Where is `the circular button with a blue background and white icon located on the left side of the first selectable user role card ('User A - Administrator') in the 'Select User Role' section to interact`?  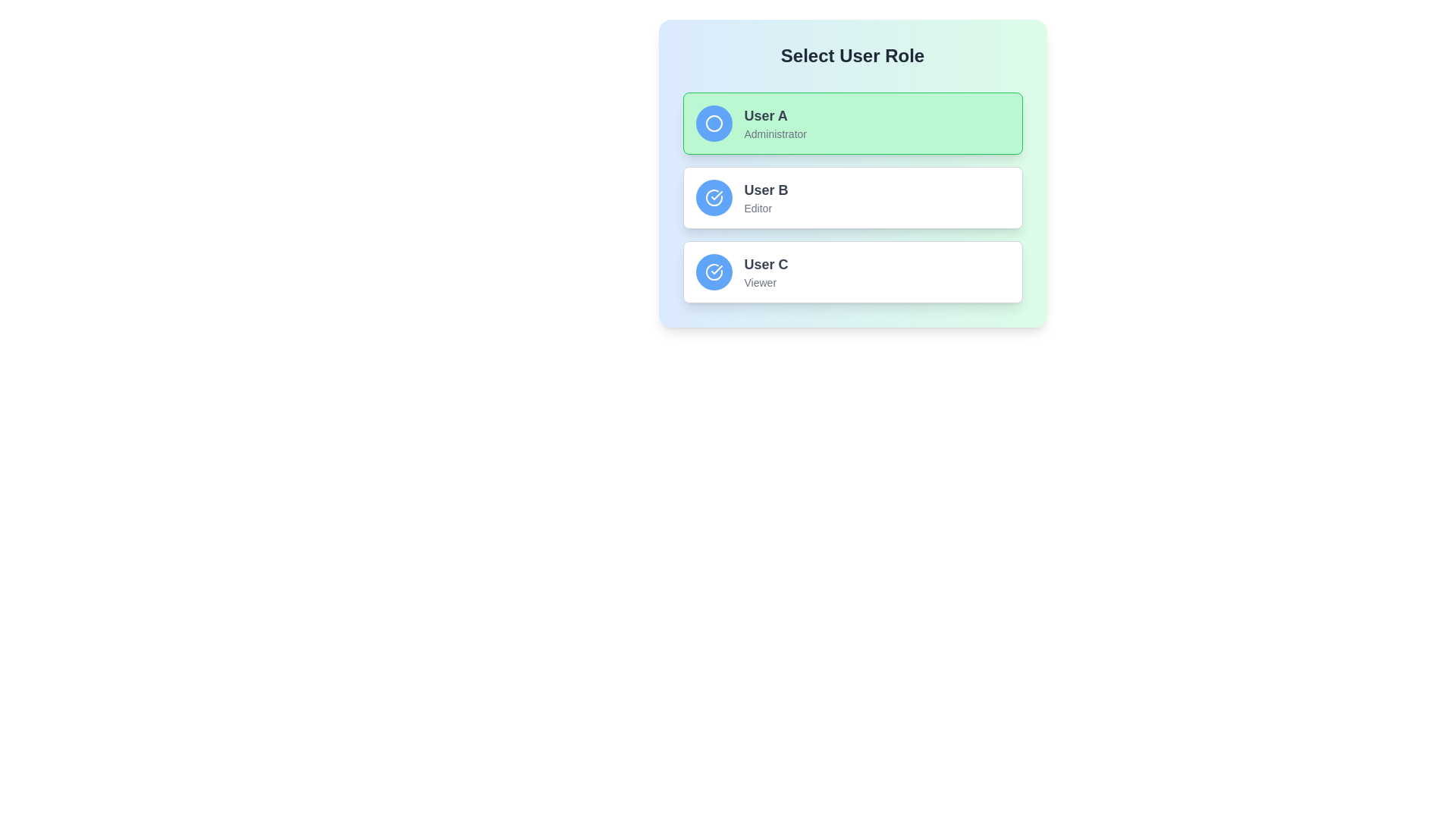
the circular button with a blue background and white icon located on the left side of the first selectable user role card ('User A - Administrator') in the 'Select User Role' section to interact is located at coordinates (713, 122).